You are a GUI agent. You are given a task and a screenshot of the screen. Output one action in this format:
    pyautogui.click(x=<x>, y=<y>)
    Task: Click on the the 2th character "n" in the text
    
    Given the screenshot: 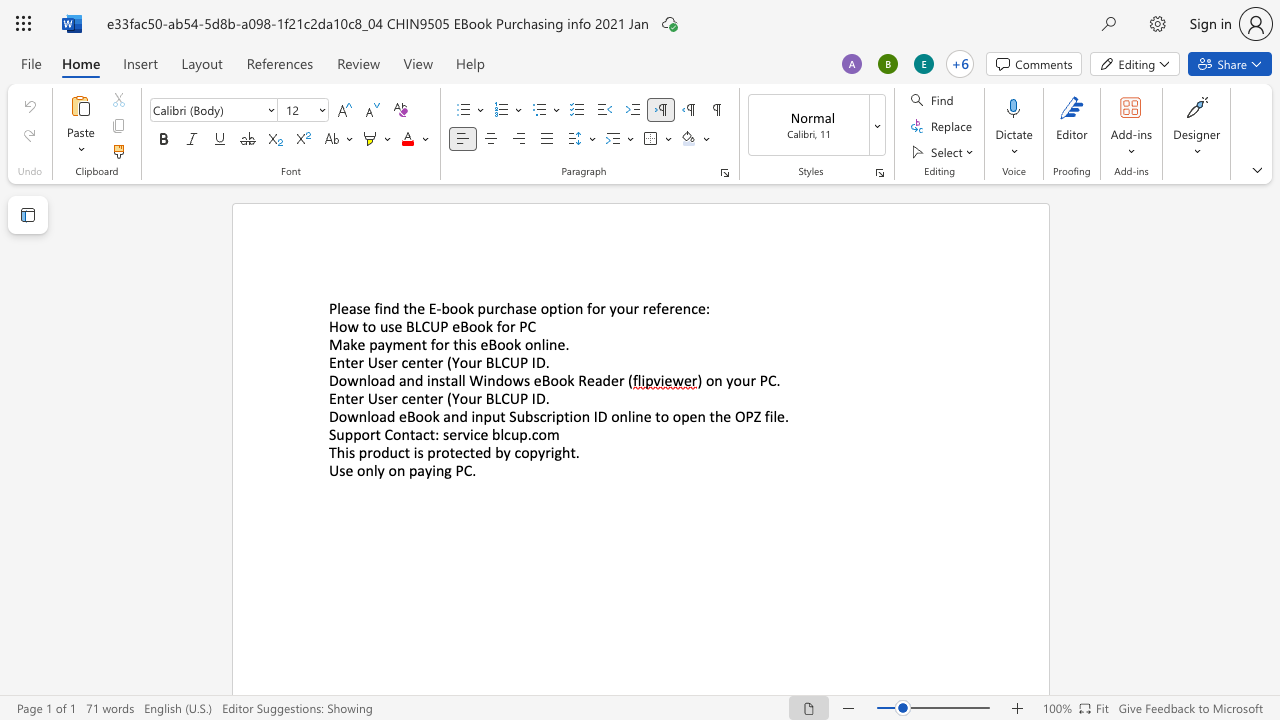 What is the action you would take?
    pyautogui.click(x=400, y=470)
    